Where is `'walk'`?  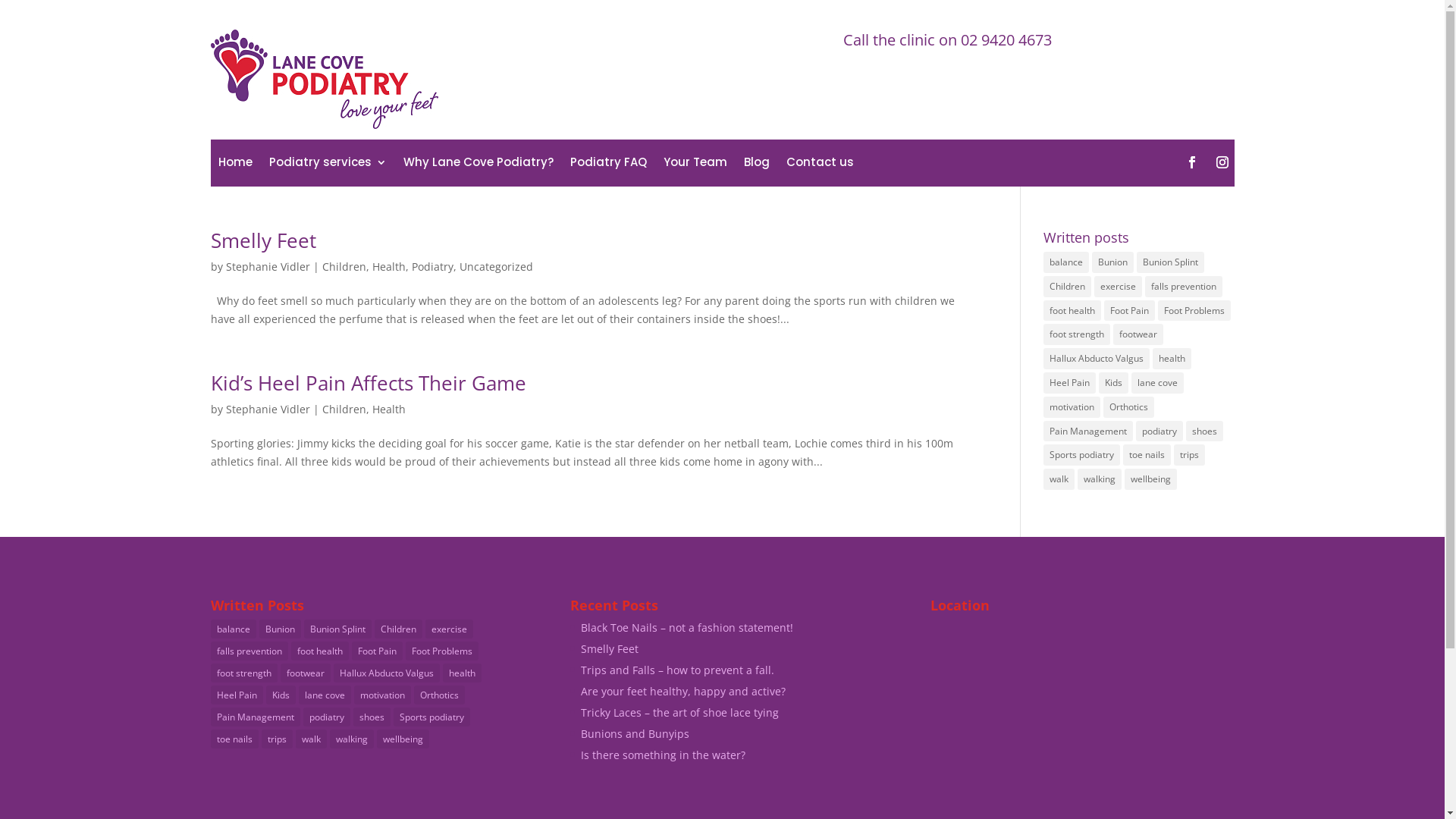
'walk' is located at coordinates (310, 738).